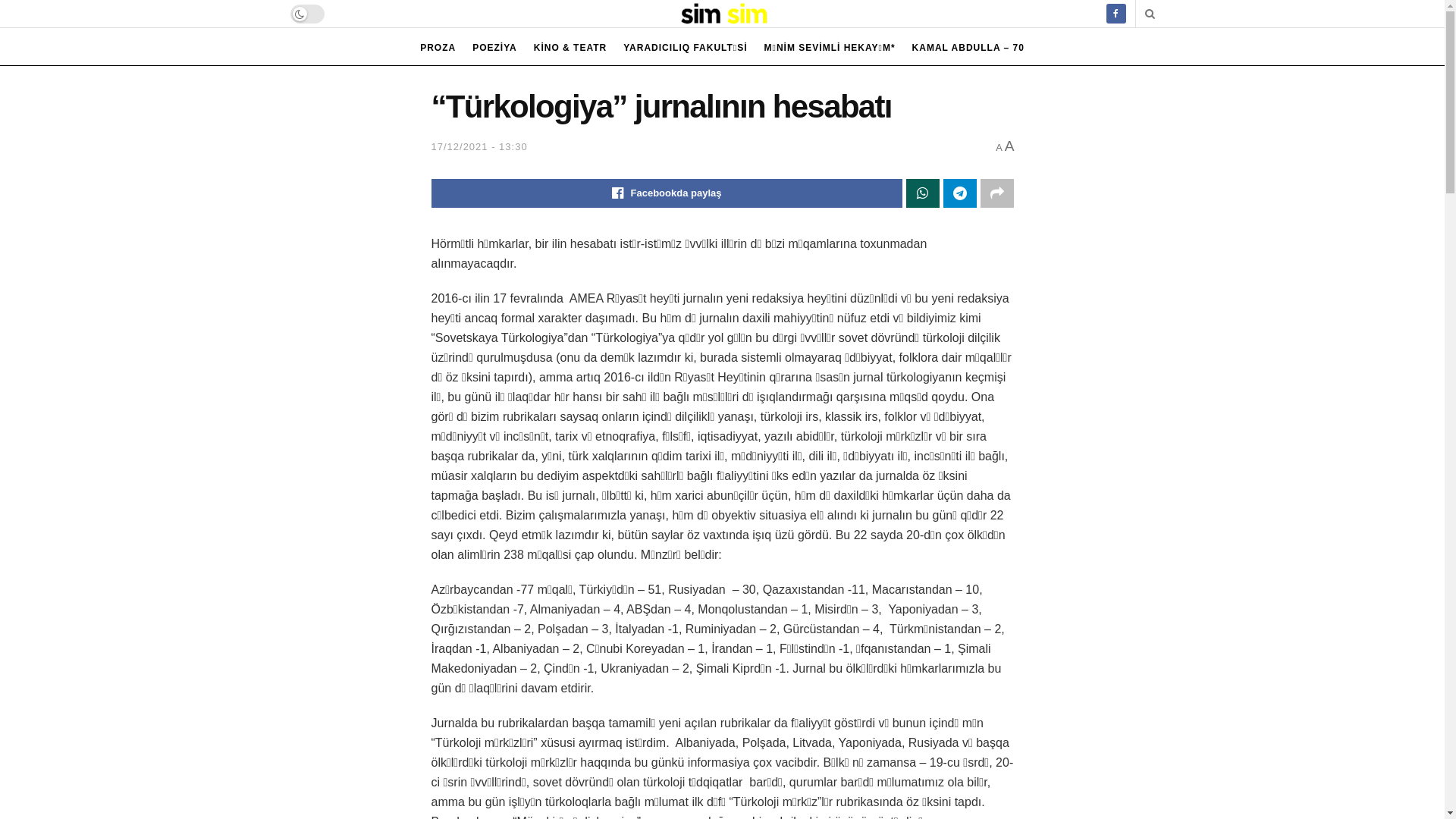 Image resolution: width=1456 pixels, height=819 pixels. What do you see at coordinates (494, 46) in the screenshot?
I see `'POEZIYA'` at bounding box center [494, 46].